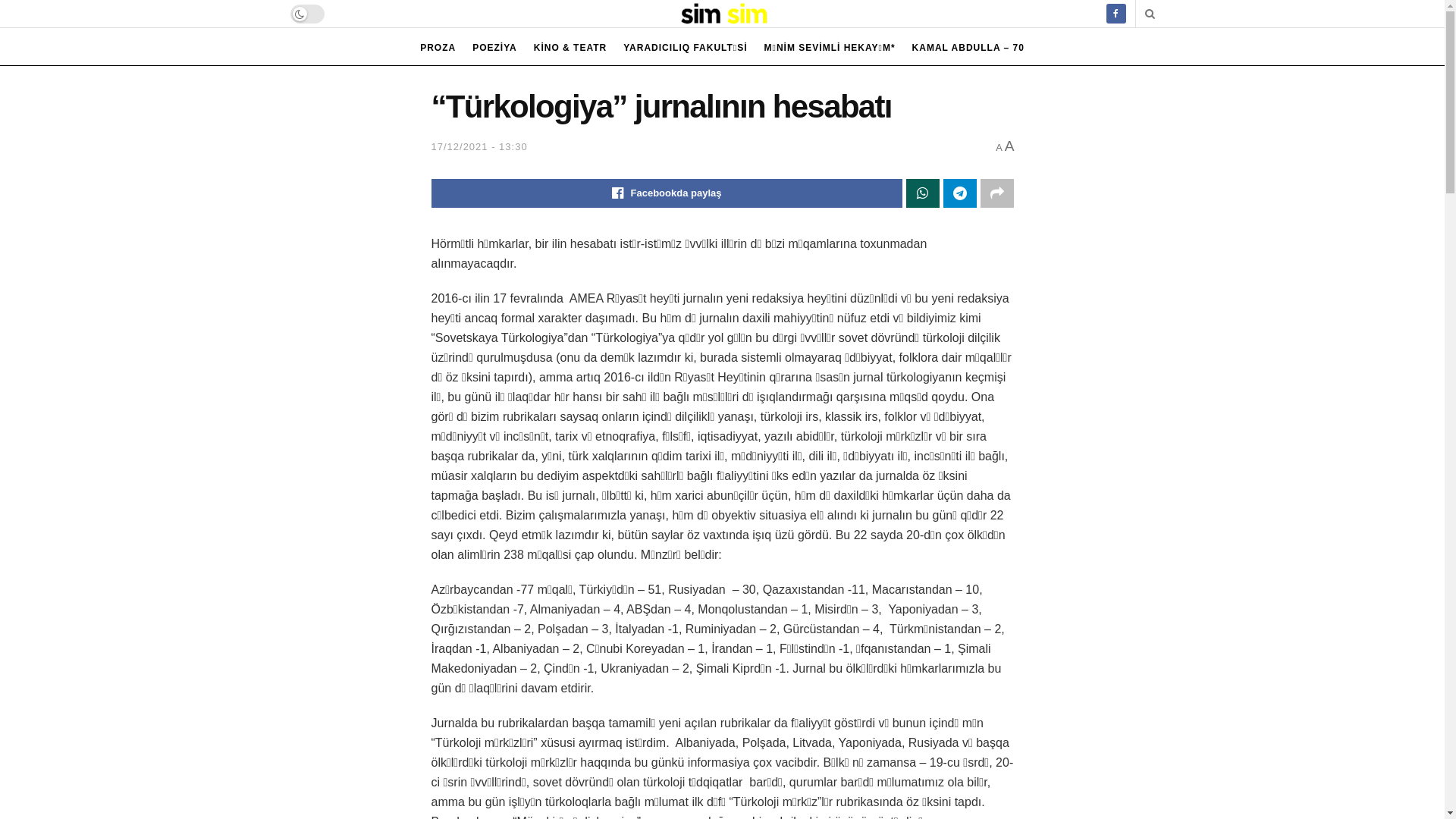 Image resolution: width=1456 pixels, height=819 pixels. What do you see at coordinates (494, 46) in the screenshot?
I see `'POEZIYA'` at bounding box center [494, 46].